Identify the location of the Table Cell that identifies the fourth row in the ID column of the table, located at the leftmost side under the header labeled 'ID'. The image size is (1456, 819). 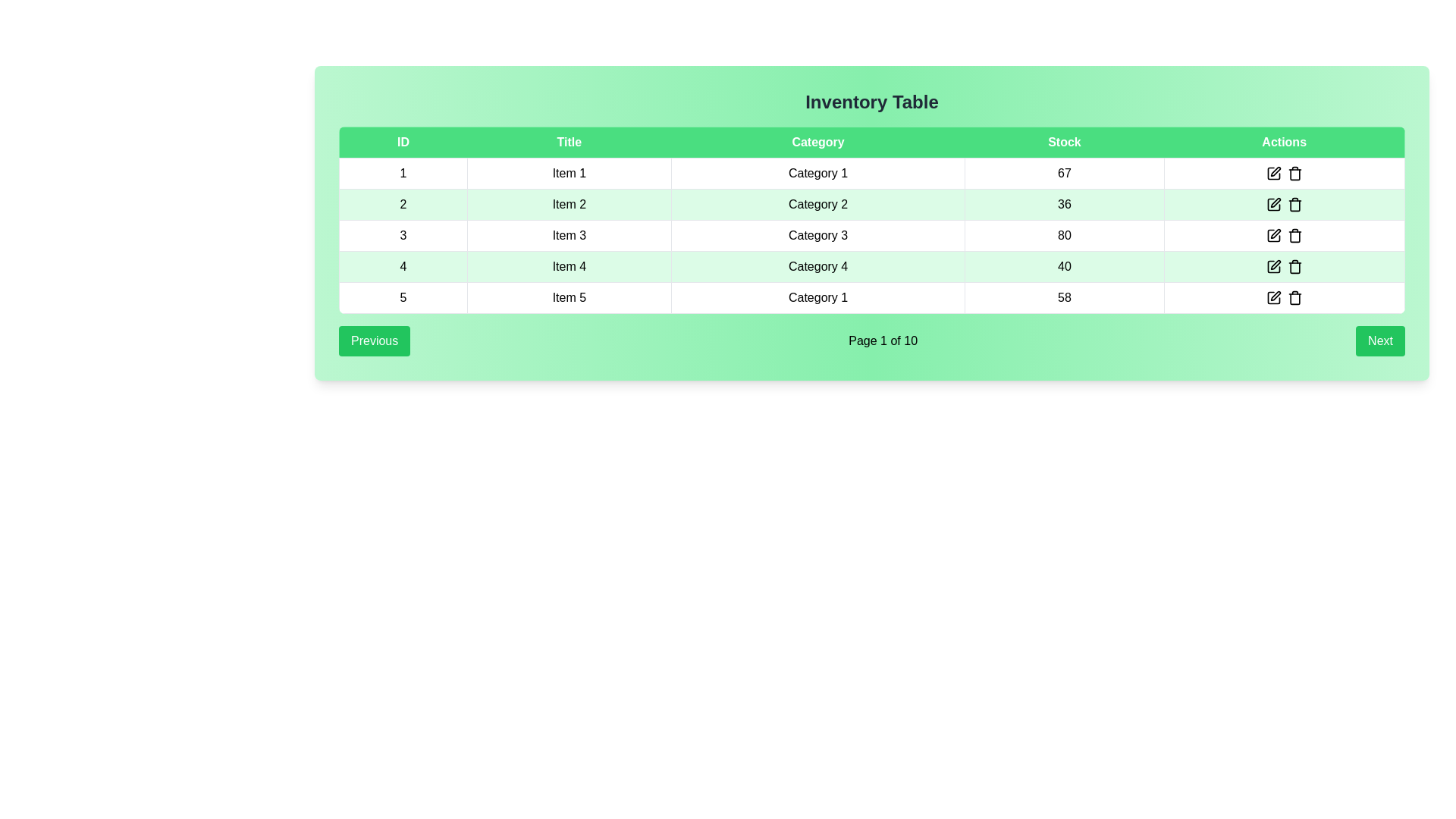
(403, 265).